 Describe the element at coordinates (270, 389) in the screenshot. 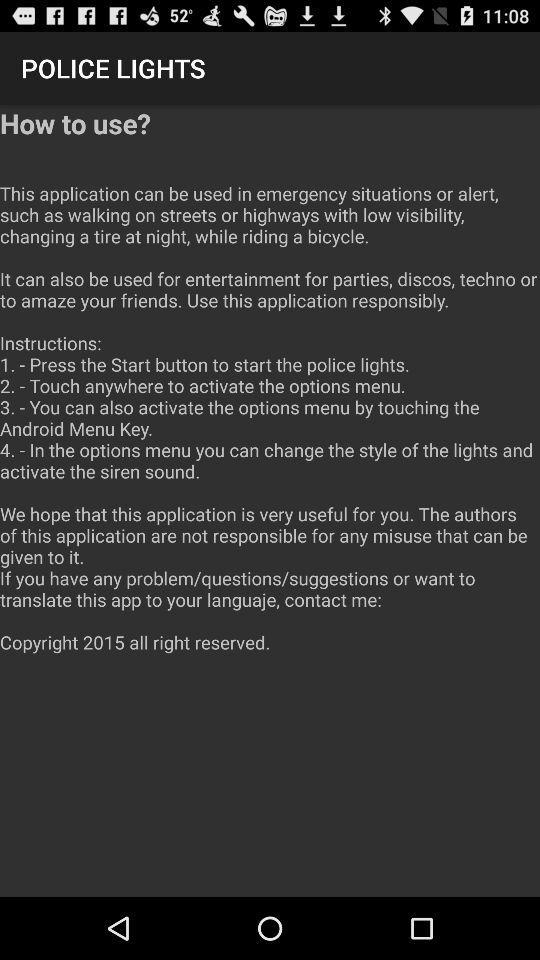

I see `icon at the center` at that location.